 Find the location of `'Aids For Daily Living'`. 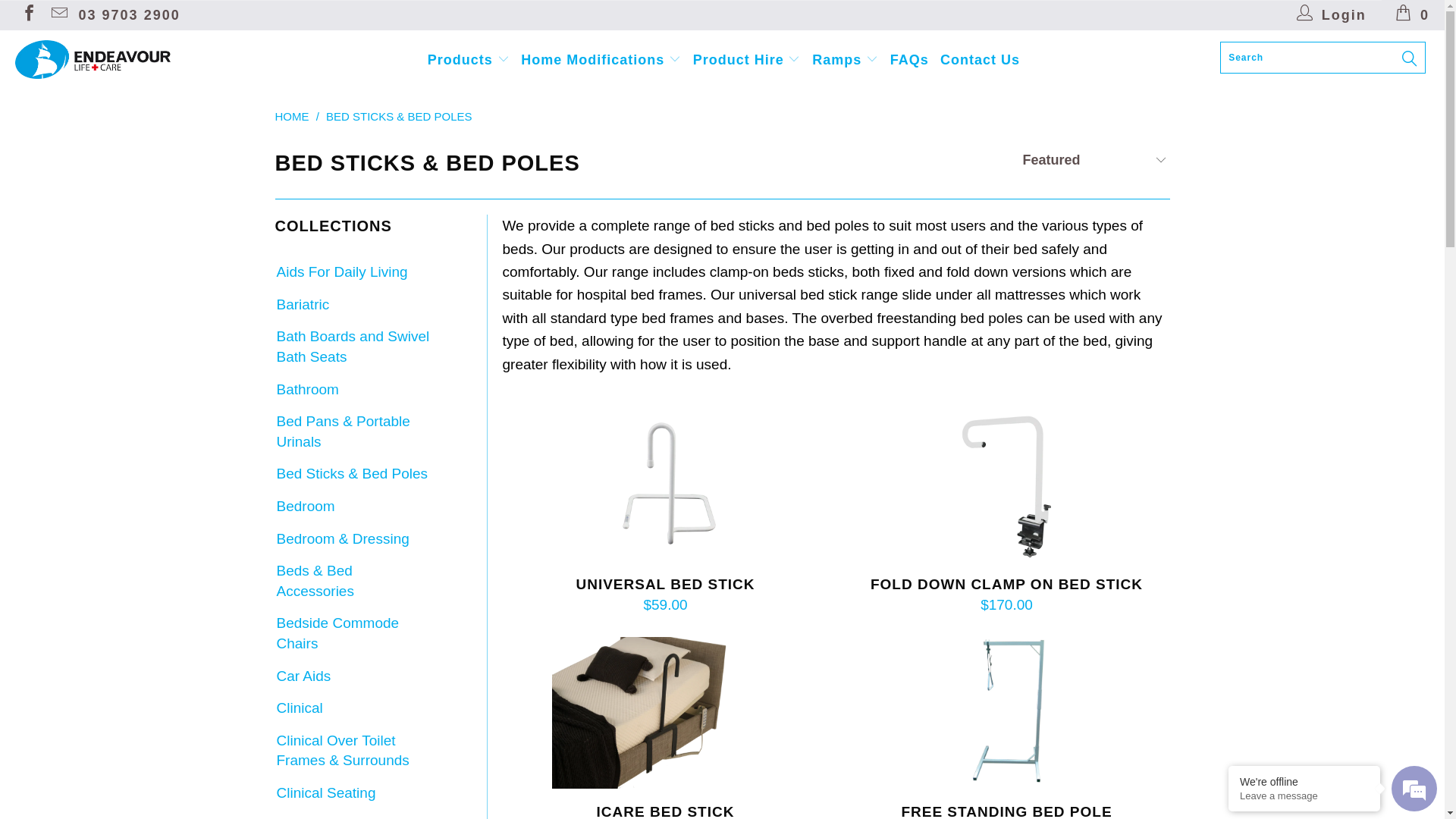

'Aids For Daily Living' is located at coordinates (340, 271).